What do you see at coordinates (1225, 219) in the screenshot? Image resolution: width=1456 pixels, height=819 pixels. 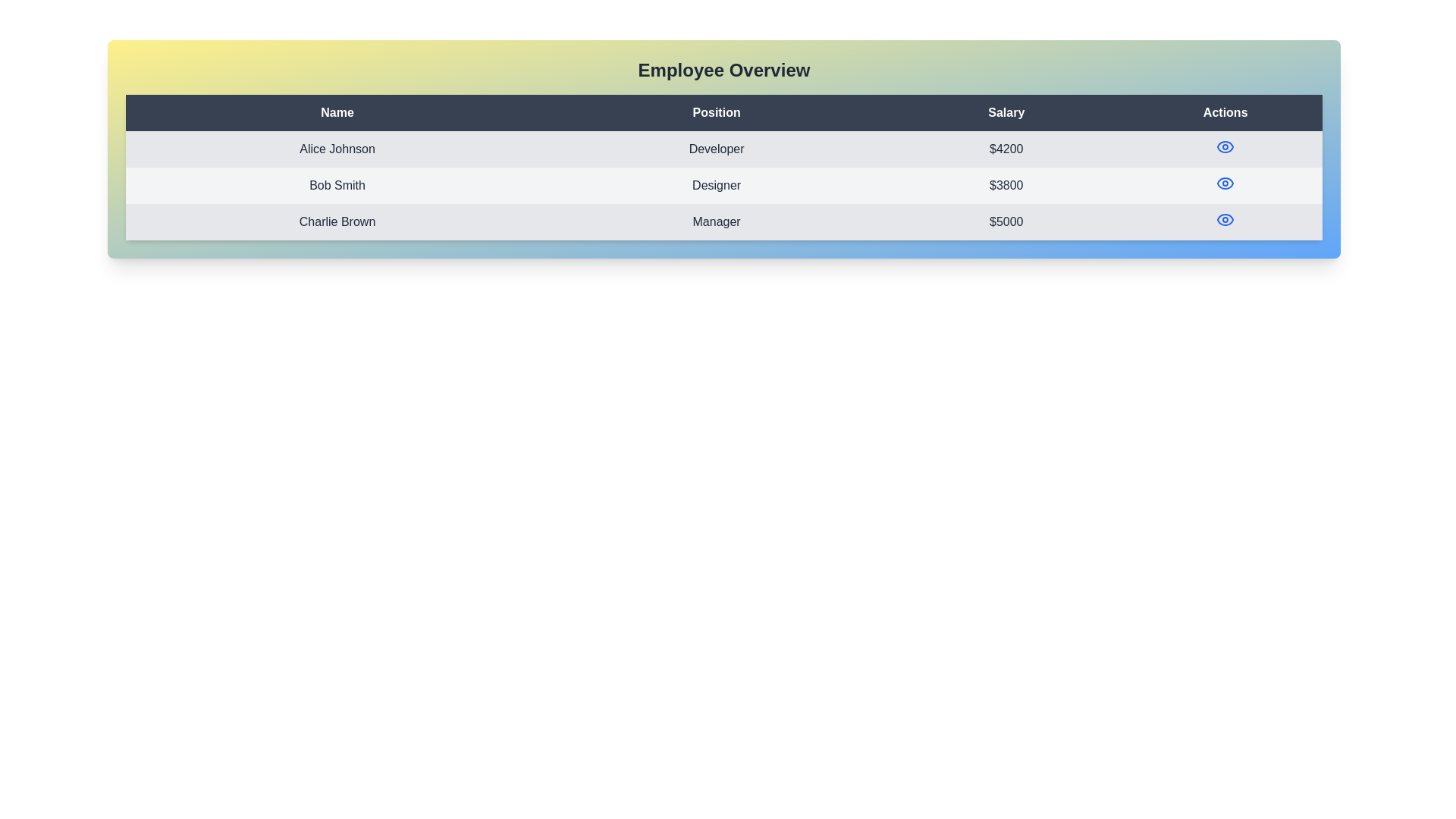 I see `the button in the 'Actions' column of the last row` at bounding box center [1225, 219].